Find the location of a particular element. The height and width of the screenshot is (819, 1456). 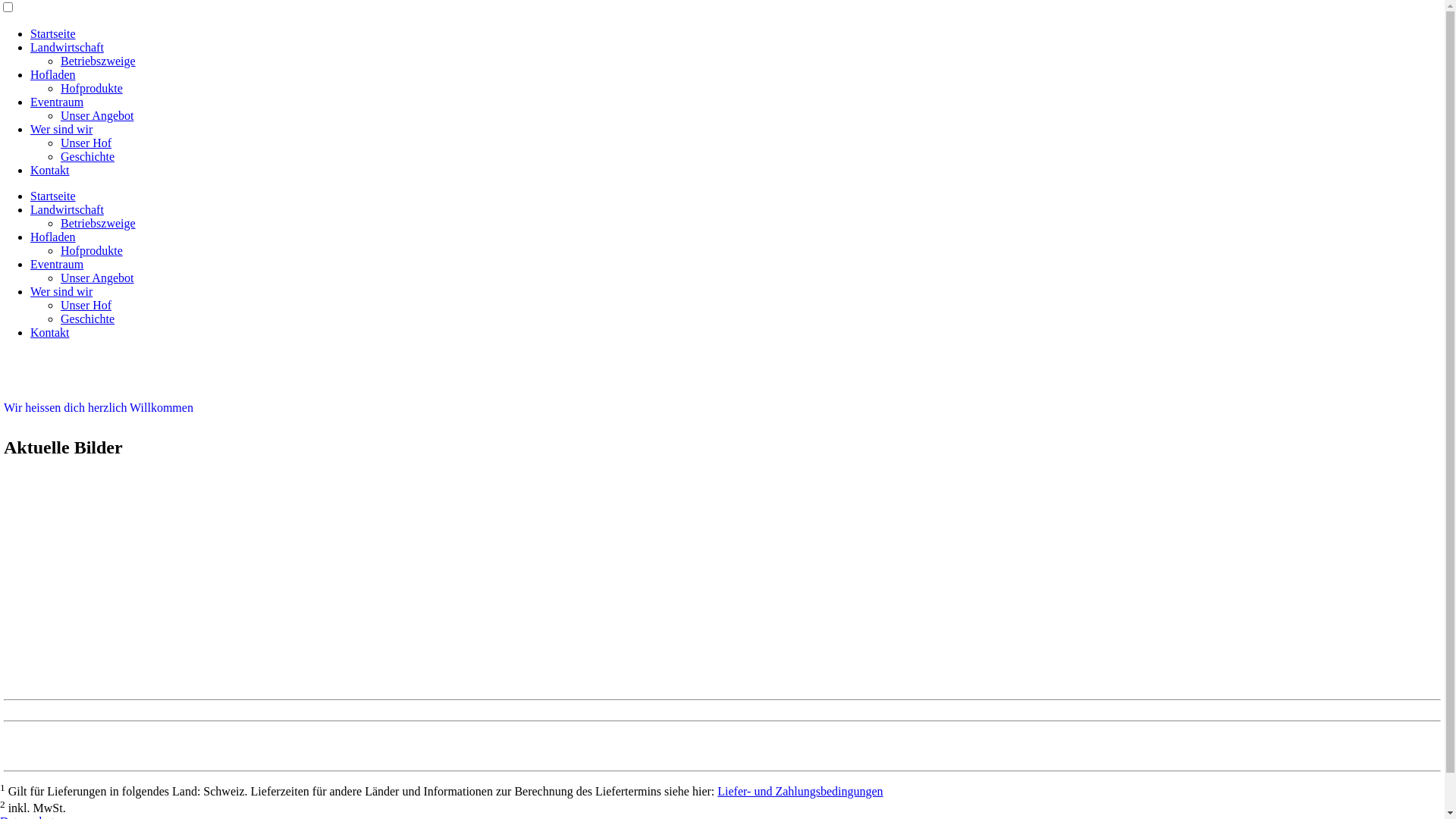

'Unser Hof' is located at coordinates (85, 305).